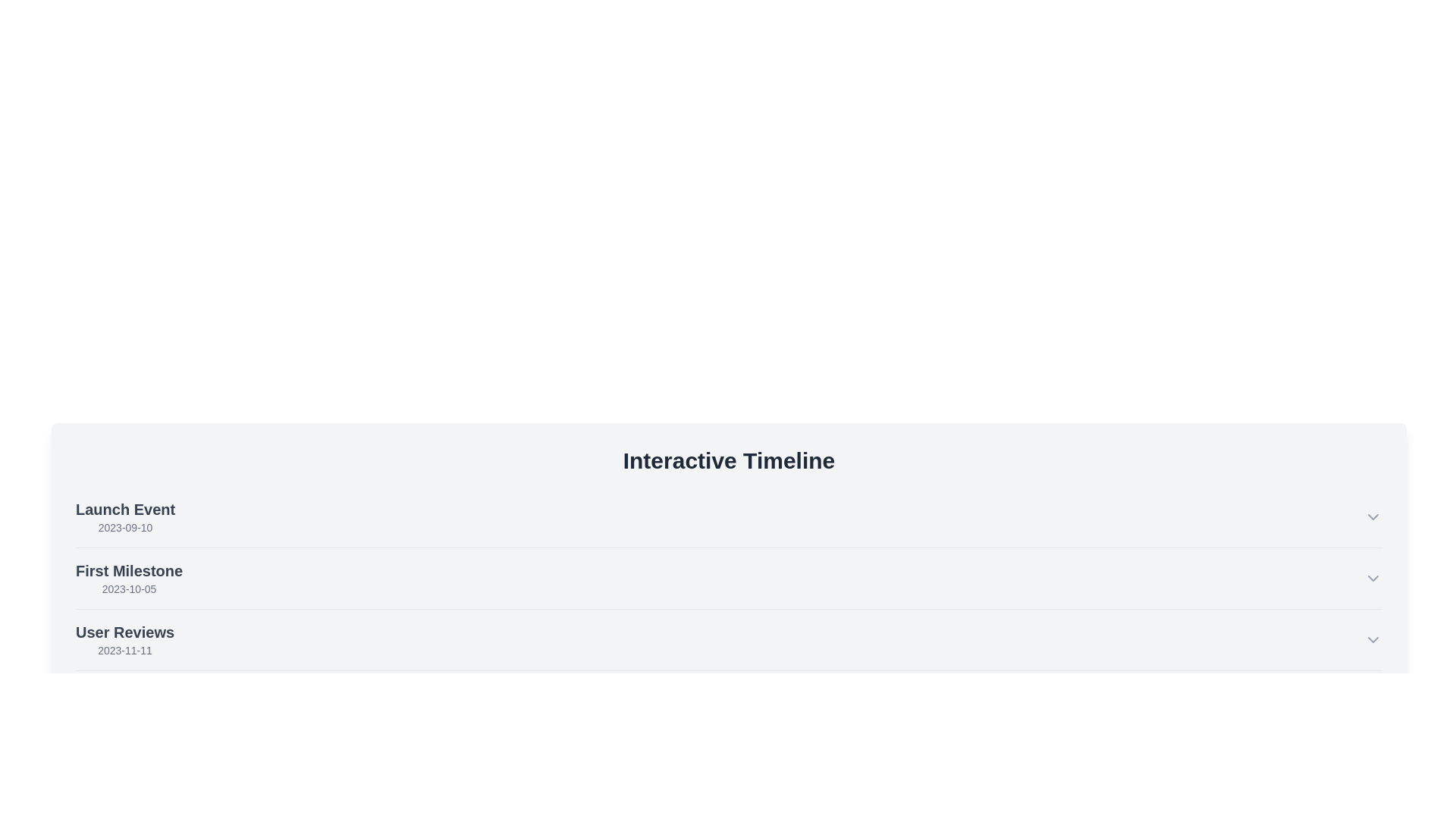  What do you see at coordinates (125, 526) in the screenshot?
I see `the text node displaying the date '2023-09-10', which is styled in a smaller font size and subdued gray color, located directly beneath the 'Launch Event' label` at bounding box center [125, 526].